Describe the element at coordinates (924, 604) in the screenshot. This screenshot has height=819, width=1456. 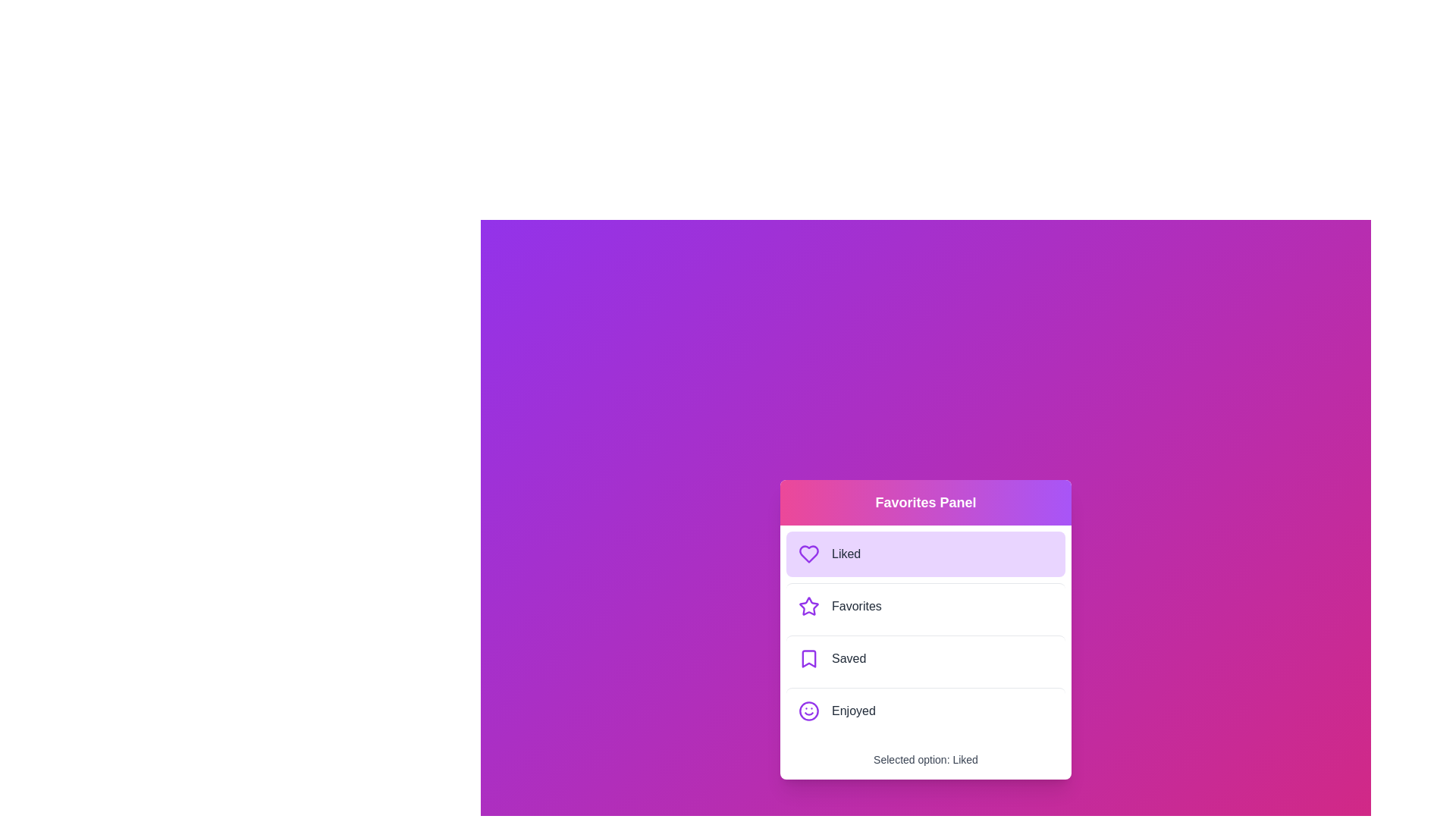
I see `the menu option corresponding to Favorites in the FavoritesMenu` at that location.